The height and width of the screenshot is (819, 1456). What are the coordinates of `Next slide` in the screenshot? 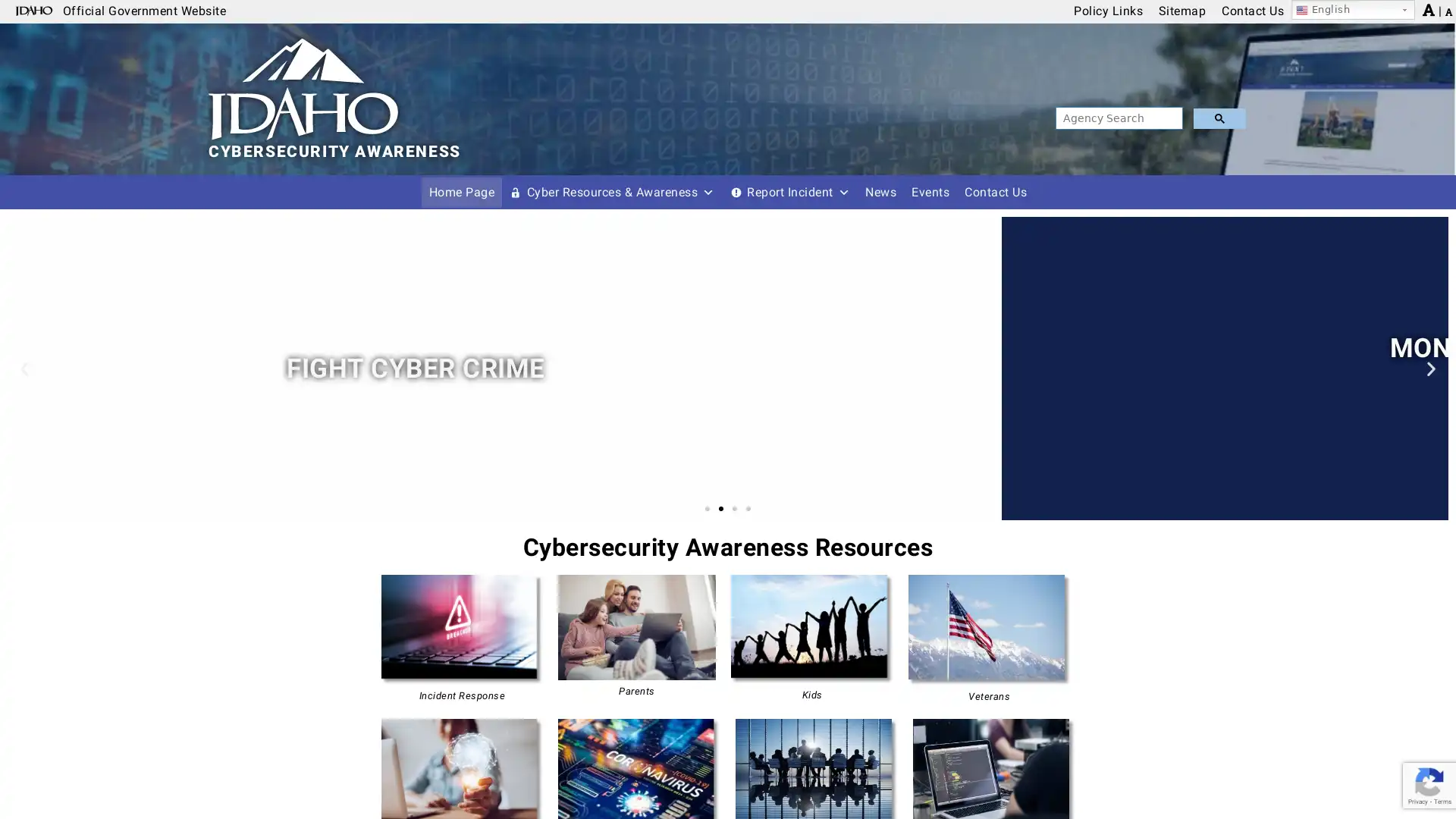 It's located at (1429, 368).